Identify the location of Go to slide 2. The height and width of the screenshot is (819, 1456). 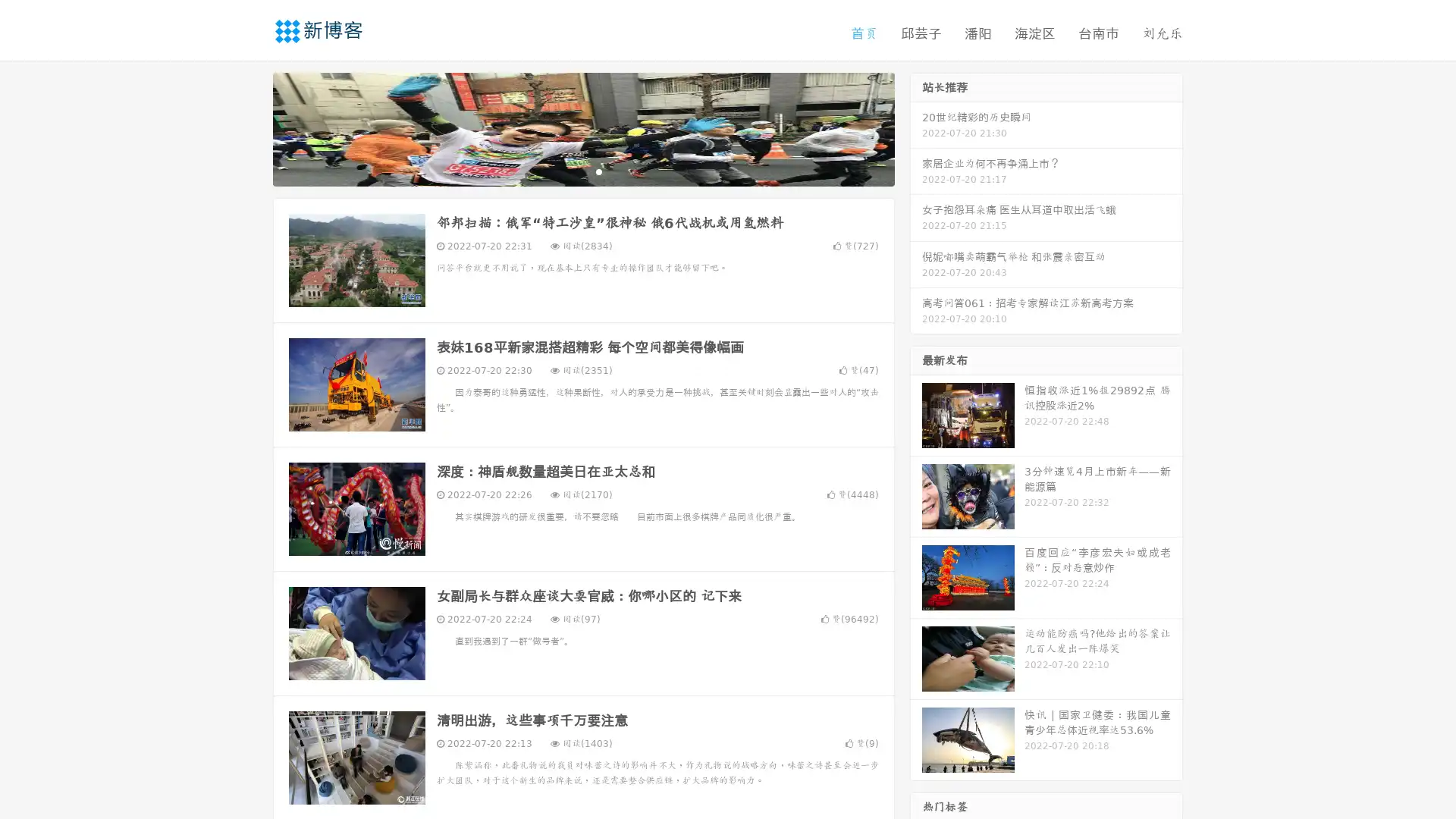
(582, 171).